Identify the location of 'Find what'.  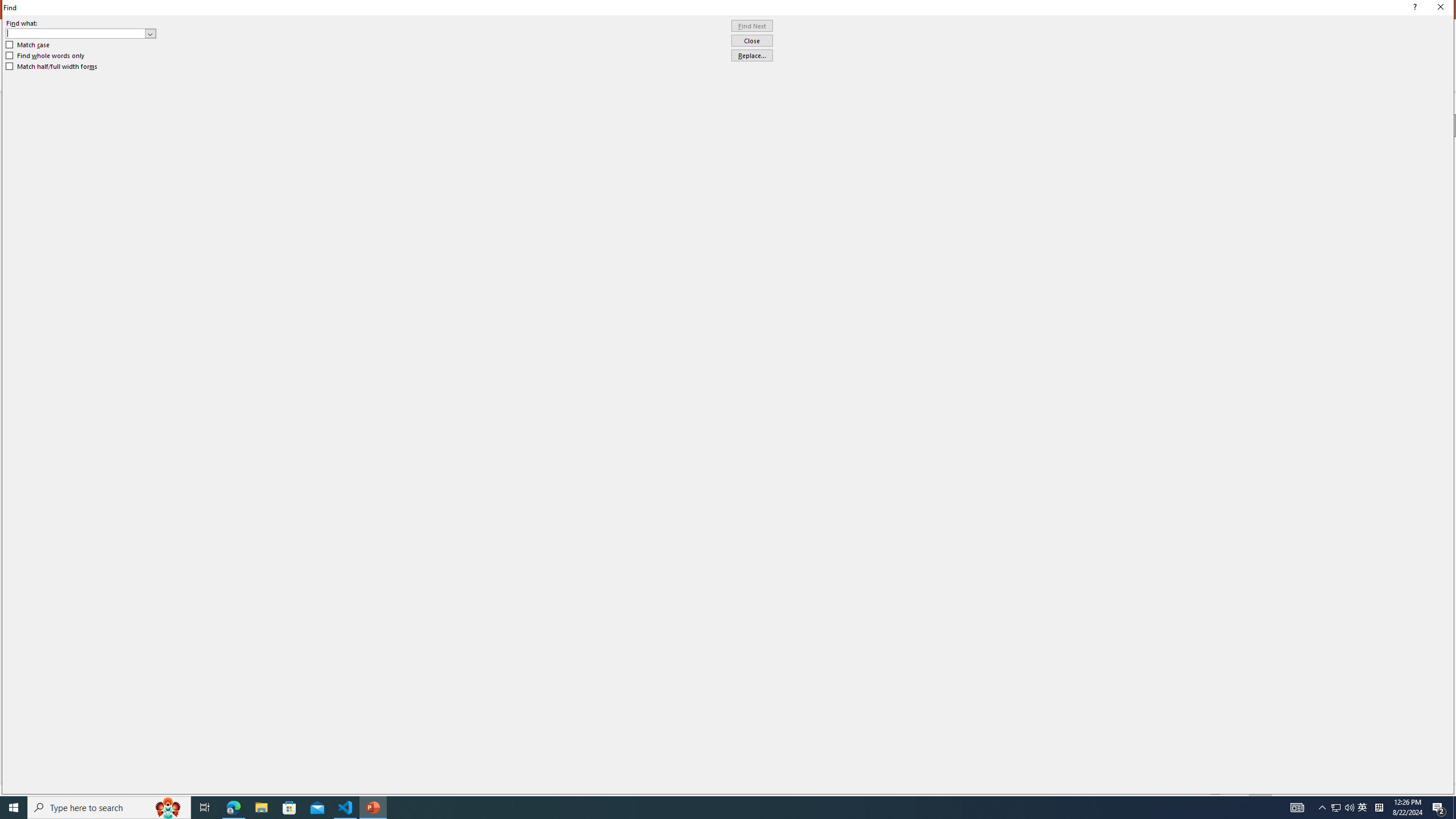
(76, 33).